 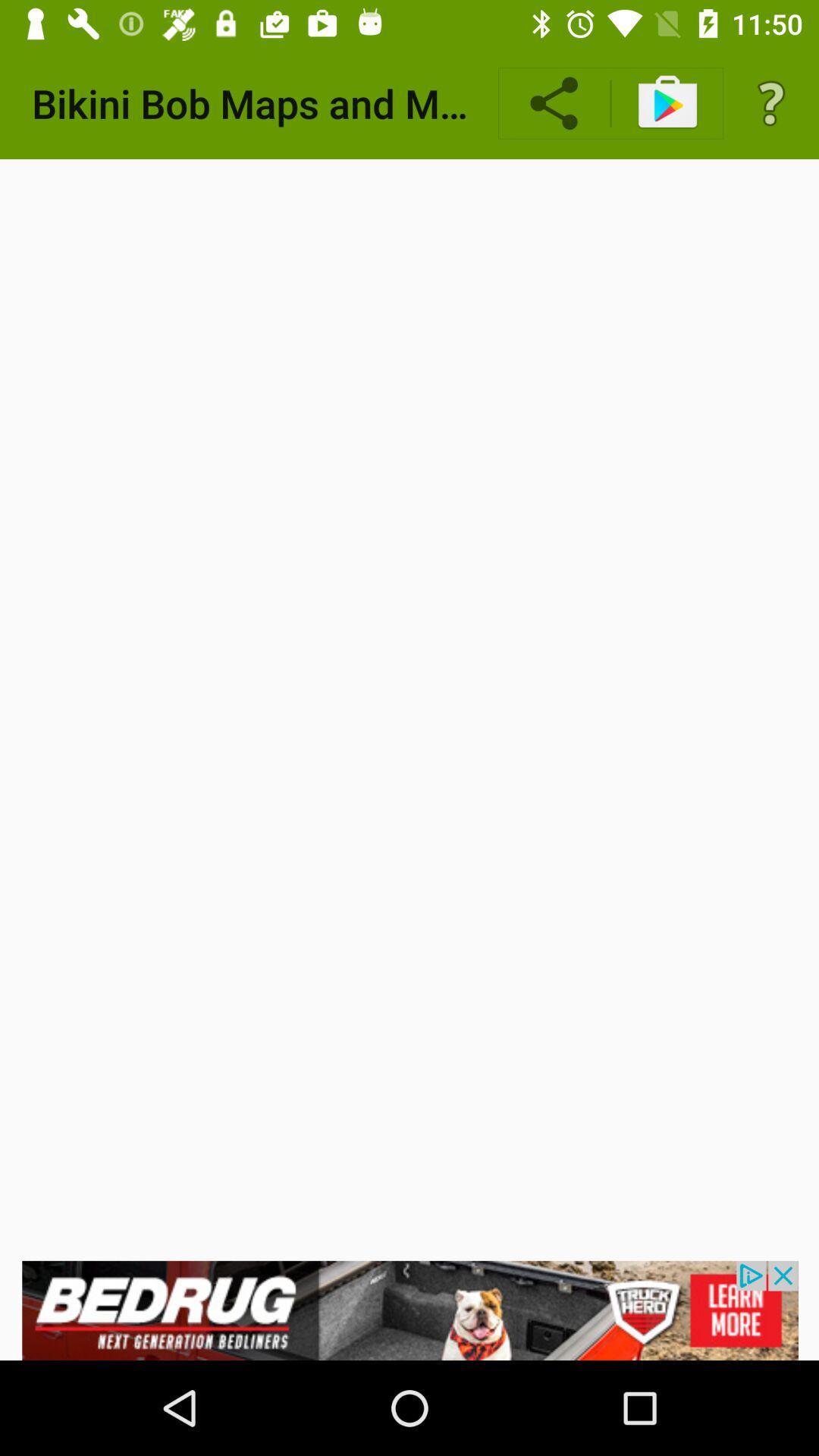 What do you see at coordinates (409, 1310) in the screenshot?
I see `blink advertisement` at bounding box center [409, 1310].